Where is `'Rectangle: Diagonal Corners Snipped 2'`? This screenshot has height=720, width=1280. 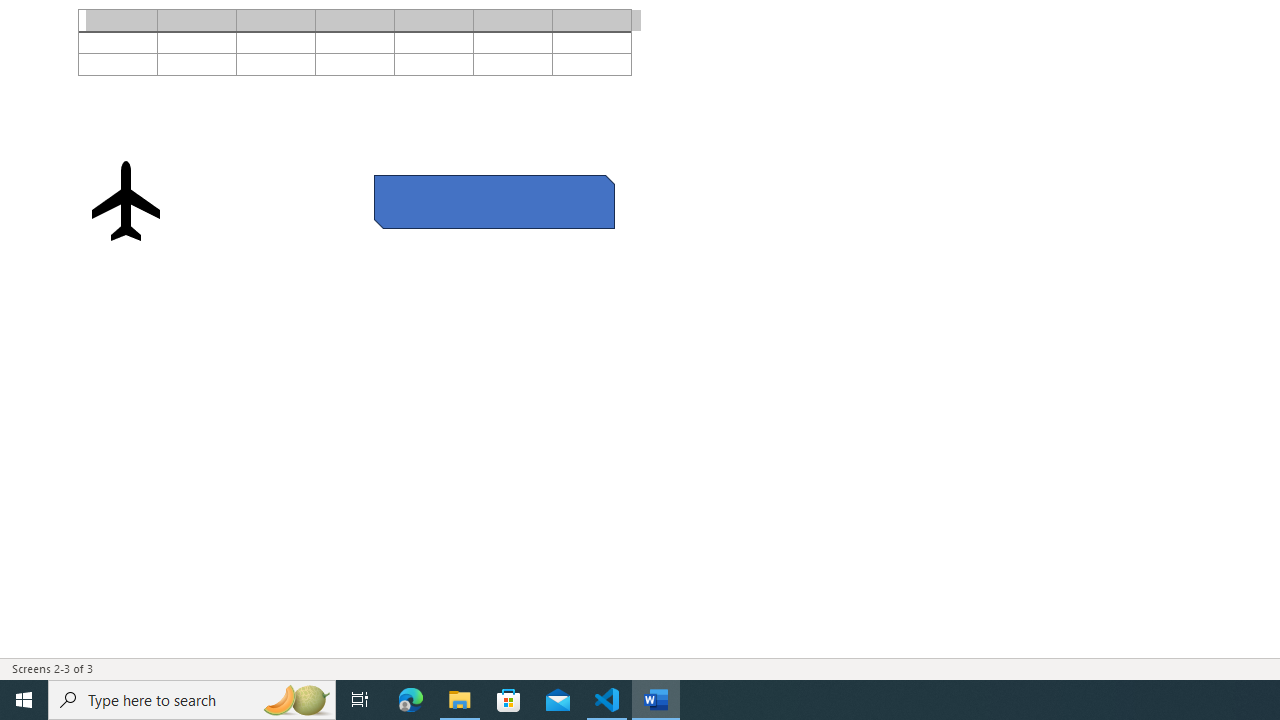 'Rectangle: Diagonal Corners Snipped 2' is located at coordinates (494, 201).